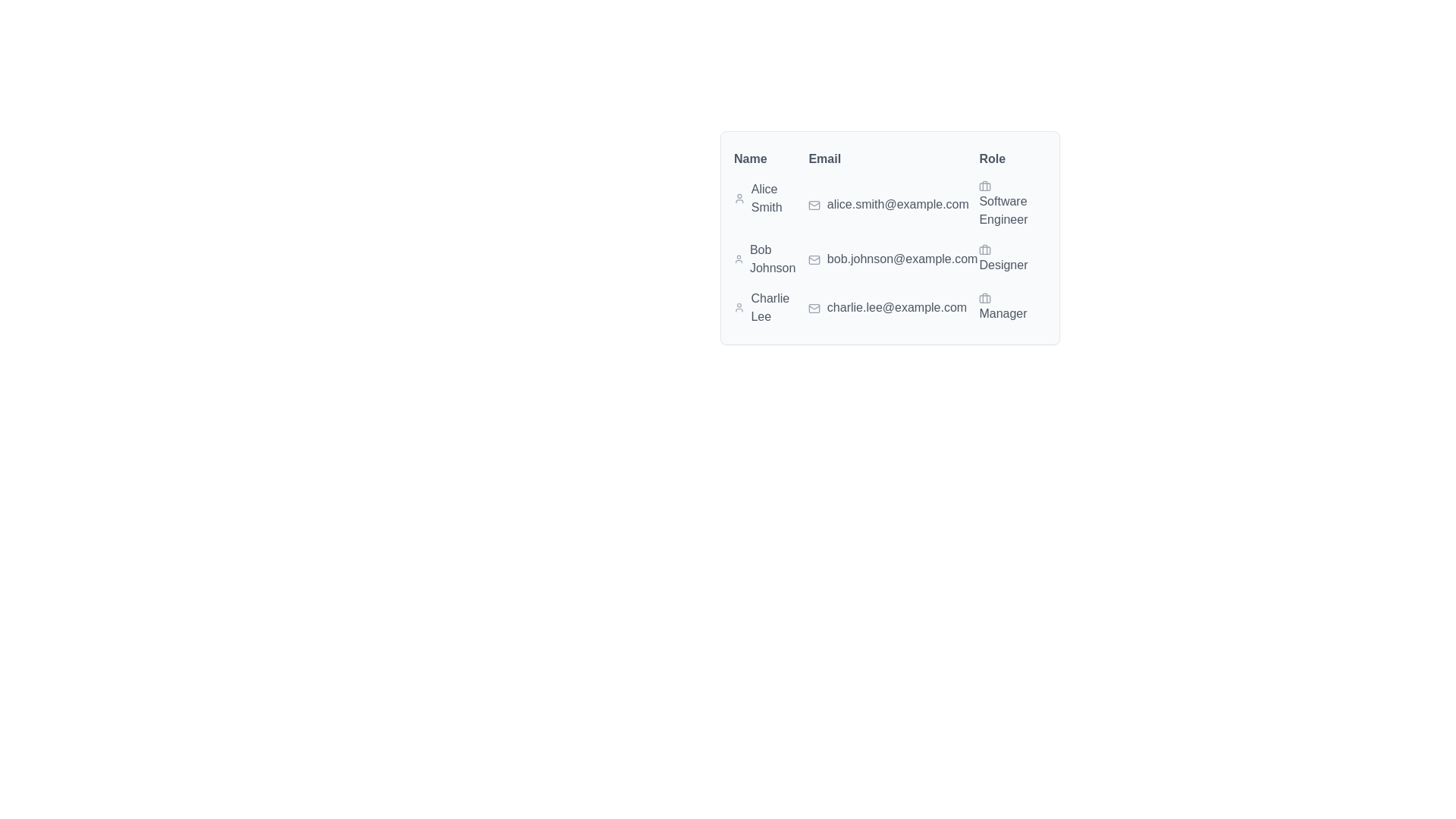 The width and height of the screenshot is (1456, 819). Describe the element at coordinates (985, 298) in the screenshot. I see `the decorative vertical line segment icon in the rightmost column under the 'Role' heading, associated with 'Charlie Lee'` at that location.